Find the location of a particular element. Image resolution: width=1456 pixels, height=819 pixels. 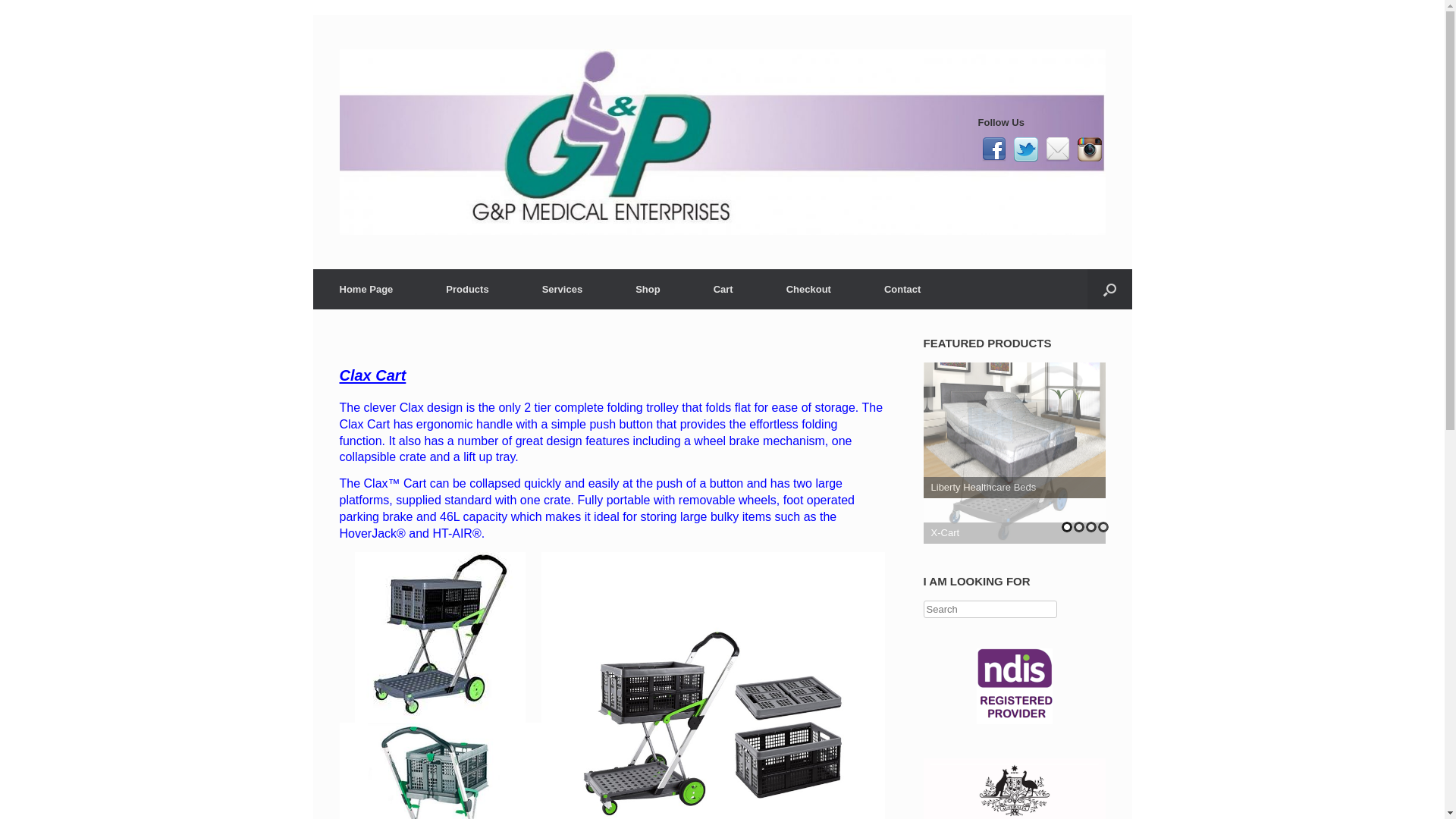

'Shop' is located at coordinates (608, 289).